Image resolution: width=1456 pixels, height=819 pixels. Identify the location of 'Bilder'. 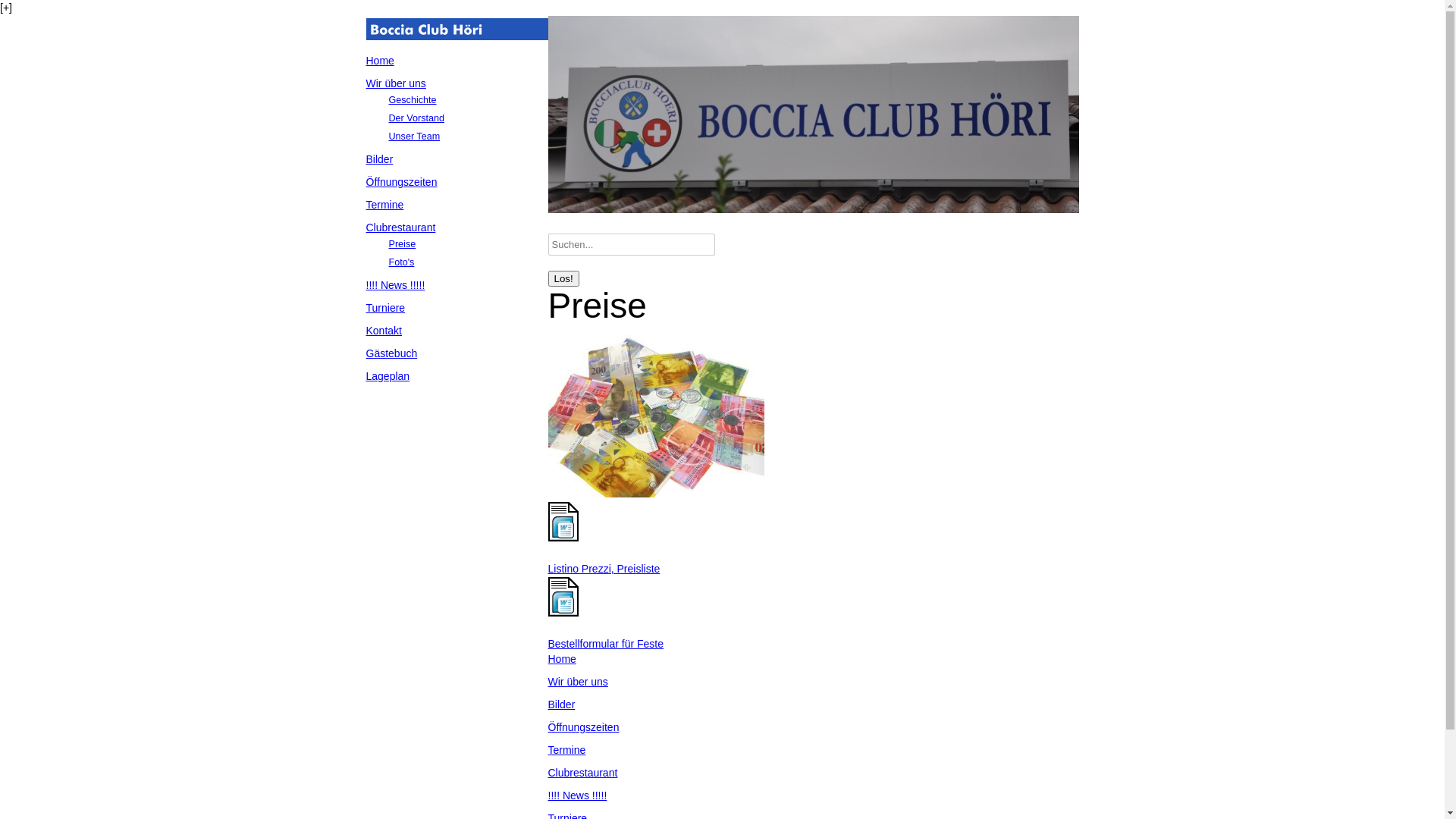
(560, 704).